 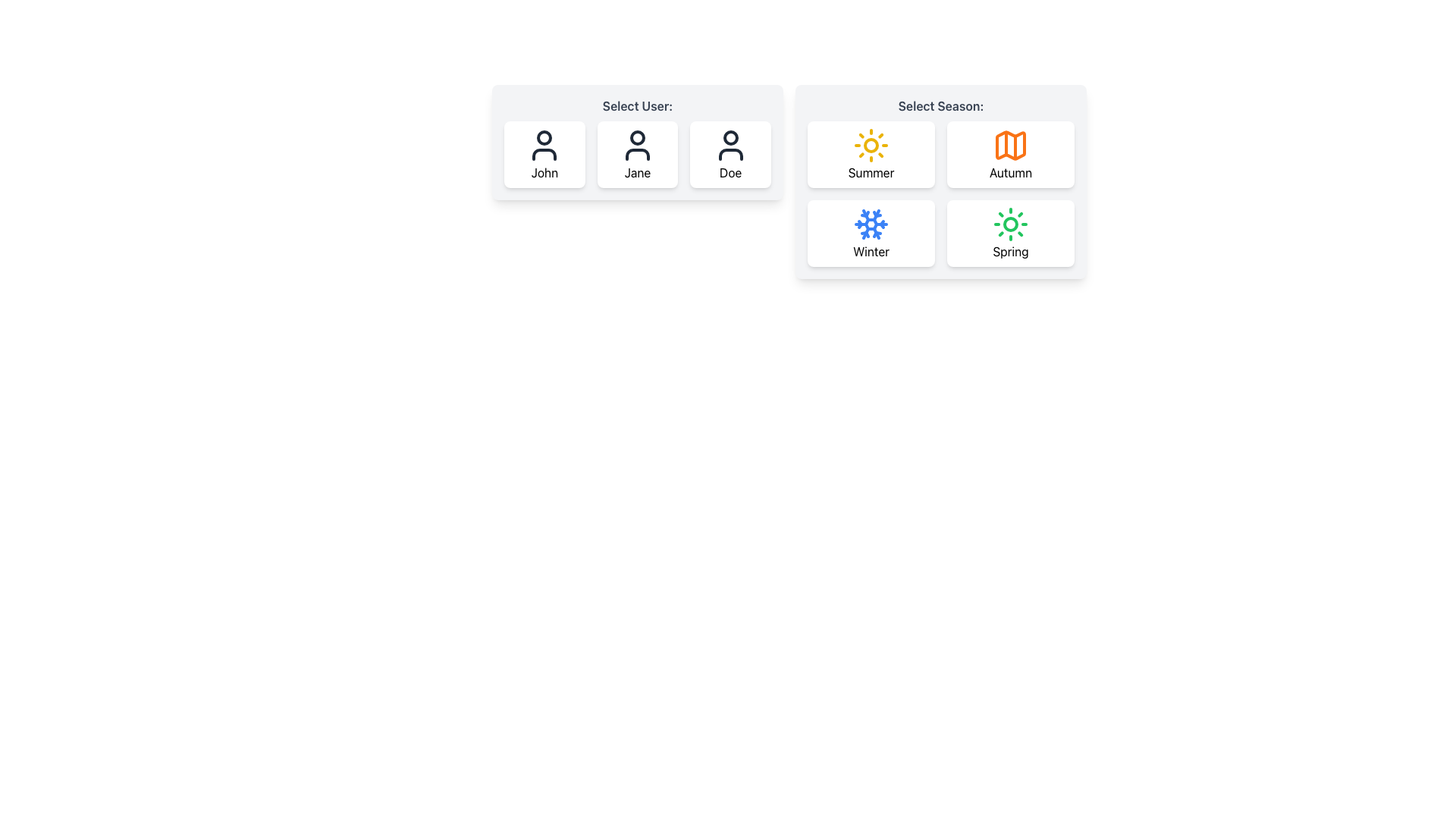 What do you see at coordinates (1011, 155) in the screenshot?
I see `the button with a white background and an orange map icon labeled 'Autumn'` at bounding box center [1011, 155].